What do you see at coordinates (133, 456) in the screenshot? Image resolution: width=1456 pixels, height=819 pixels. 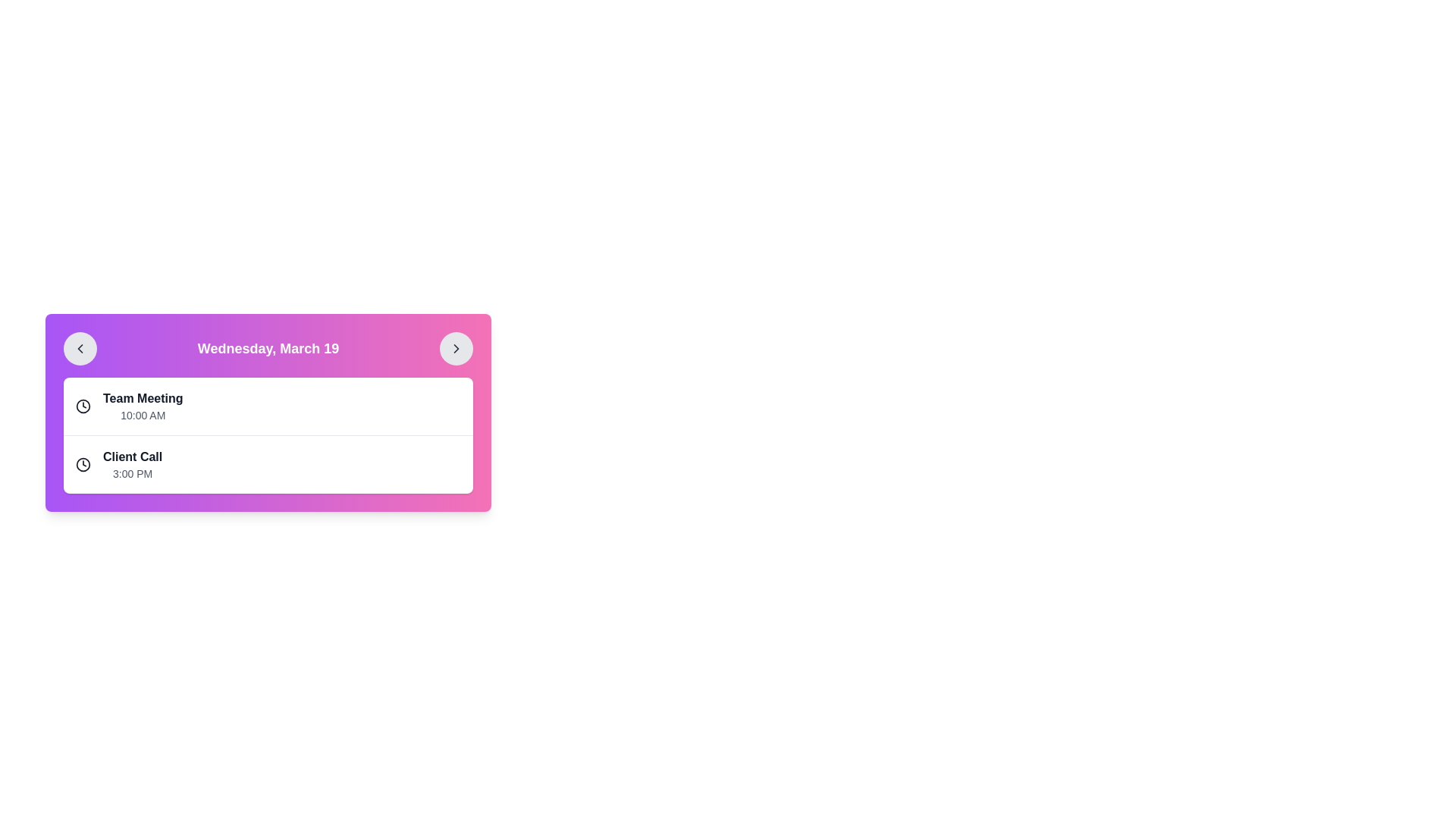 I see `the static text label that serves as a title for an event in the scheduling interface, located above the '3:00 PM' time text and to the right of a clock icon` at bounding box center [133, 456].